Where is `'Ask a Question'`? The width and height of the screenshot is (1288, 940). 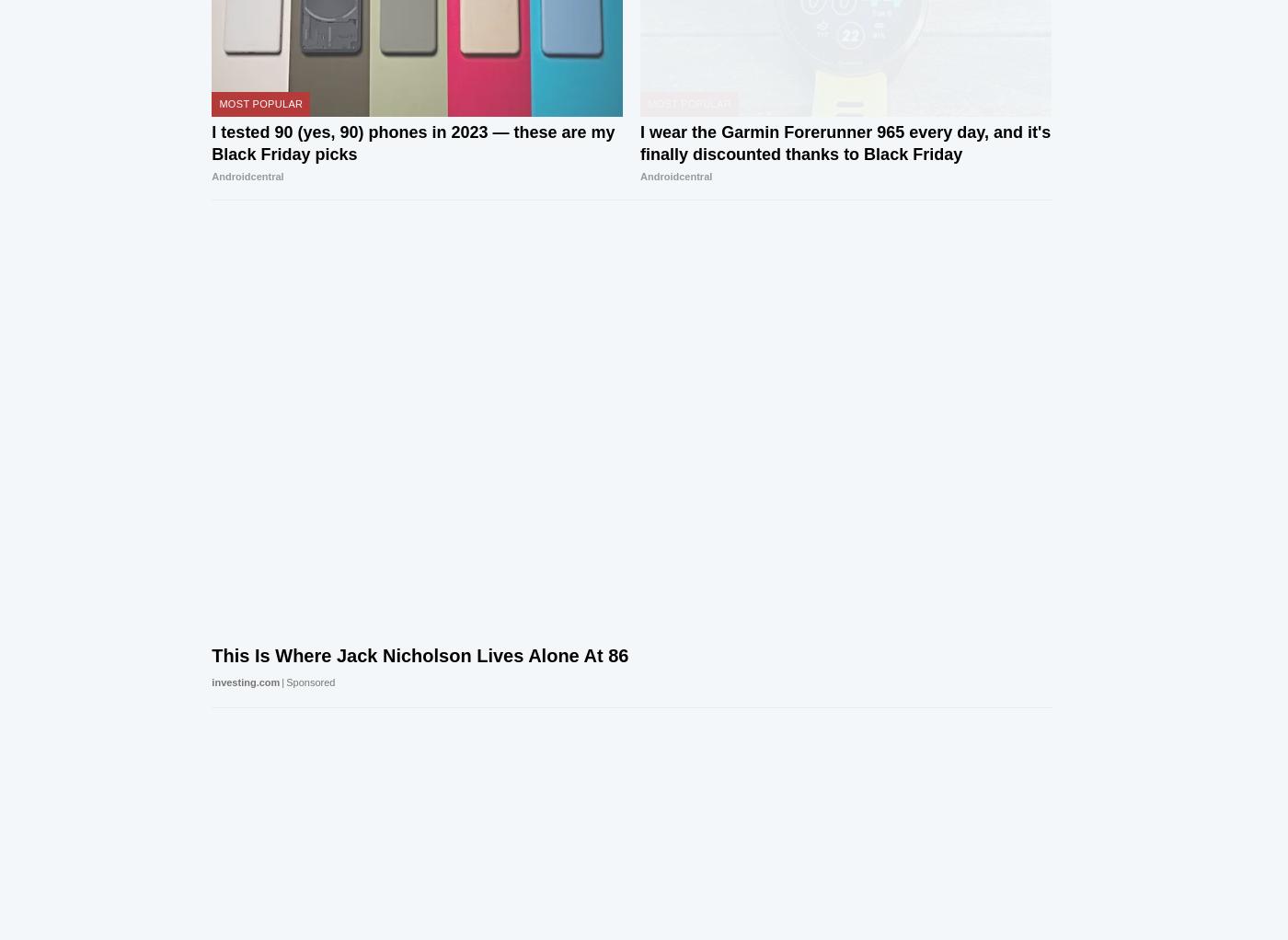 'Ask a Question' is located at coordinates (521, 693).